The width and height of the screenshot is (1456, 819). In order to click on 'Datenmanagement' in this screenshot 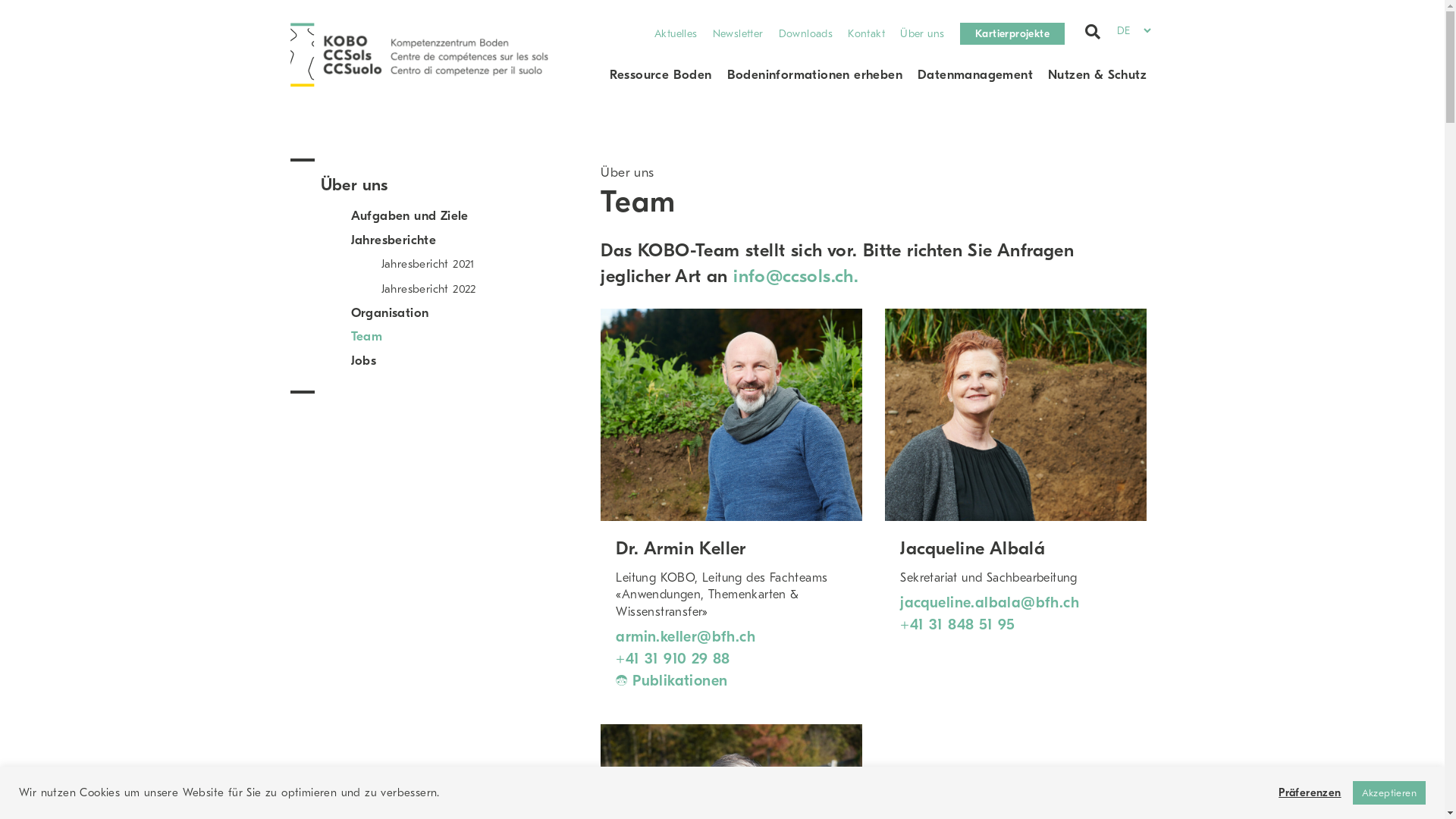, I will do `click(975, 75)`.